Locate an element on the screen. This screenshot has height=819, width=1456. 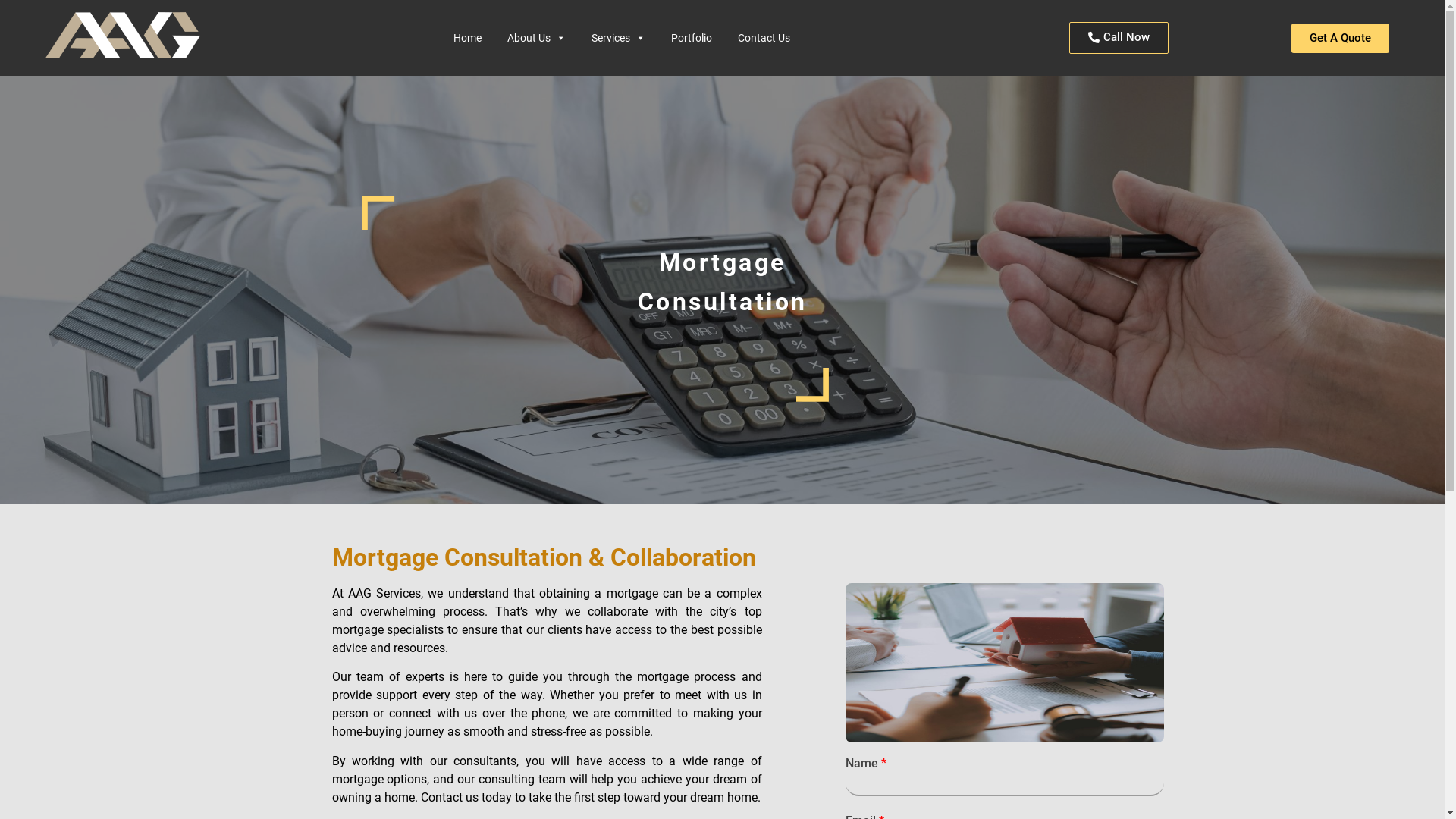
'Get A Quote' is located at coordinates (1340, 36).